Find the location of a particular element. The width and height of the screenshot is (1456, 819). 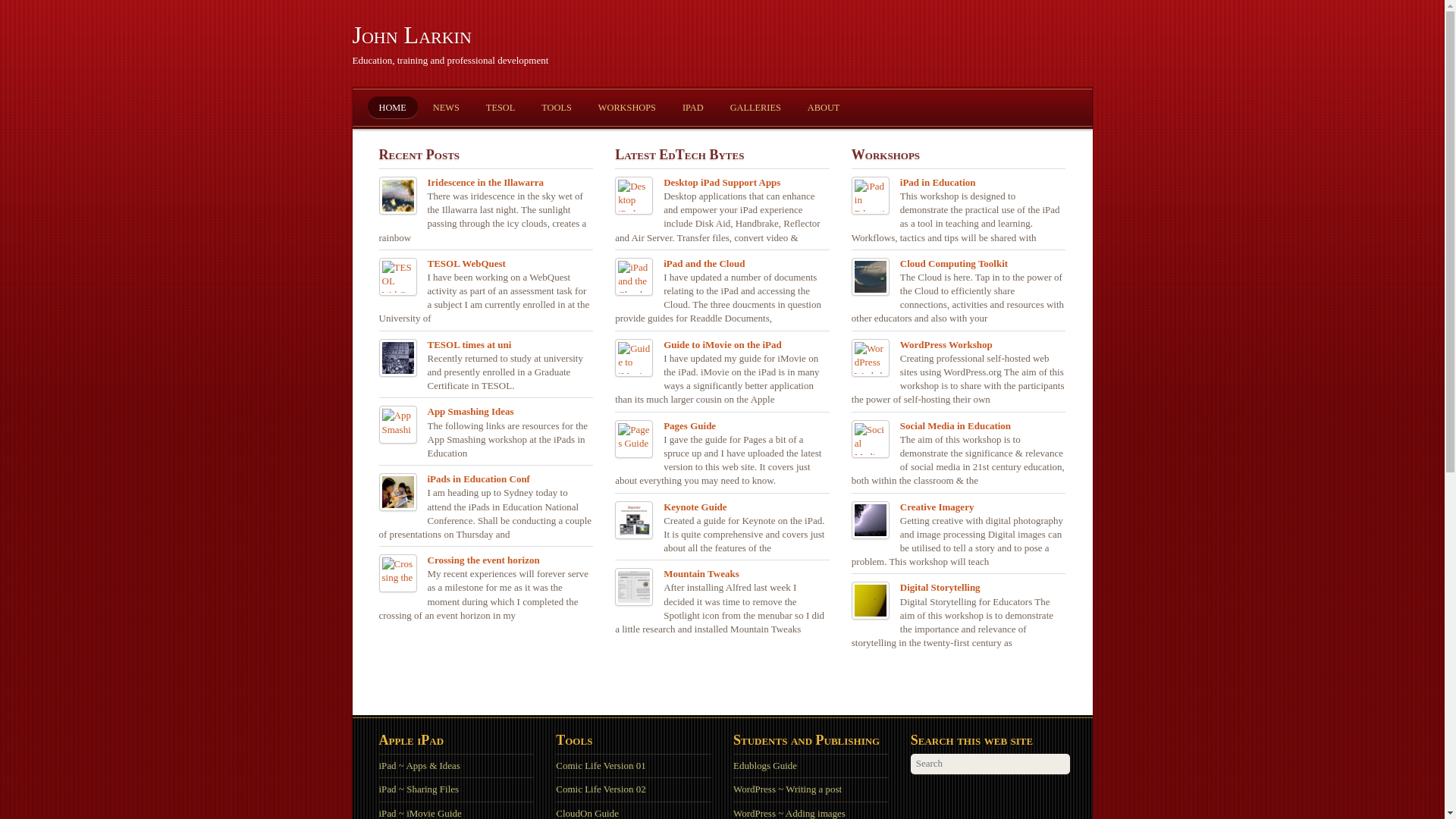

'iPad in Education' is located at coordinates (937, 181).